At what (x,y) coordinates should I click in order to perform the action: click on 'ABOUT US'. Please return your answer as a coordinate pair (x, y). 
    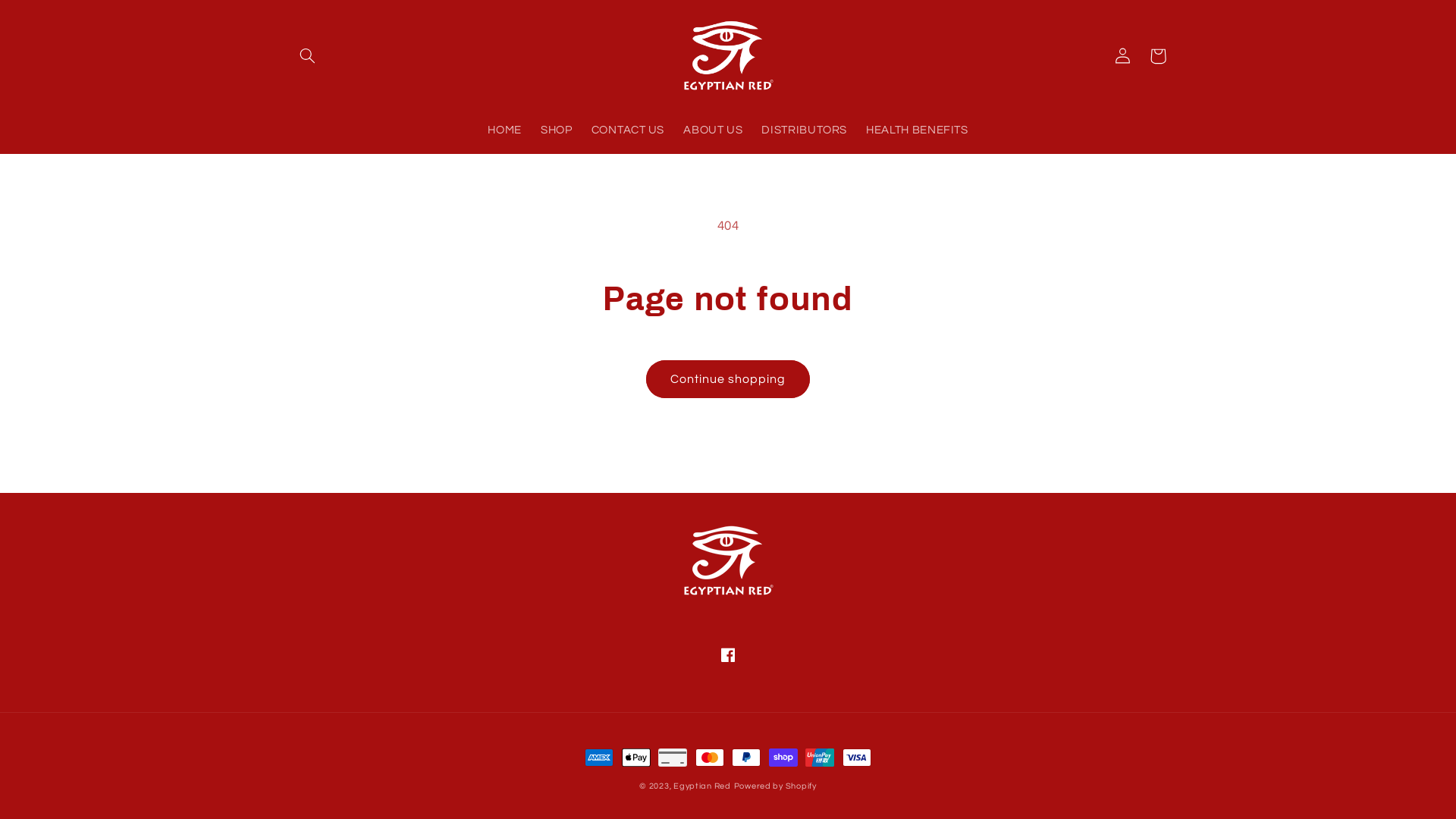
    Looking at the image, I should click on (712, 130).